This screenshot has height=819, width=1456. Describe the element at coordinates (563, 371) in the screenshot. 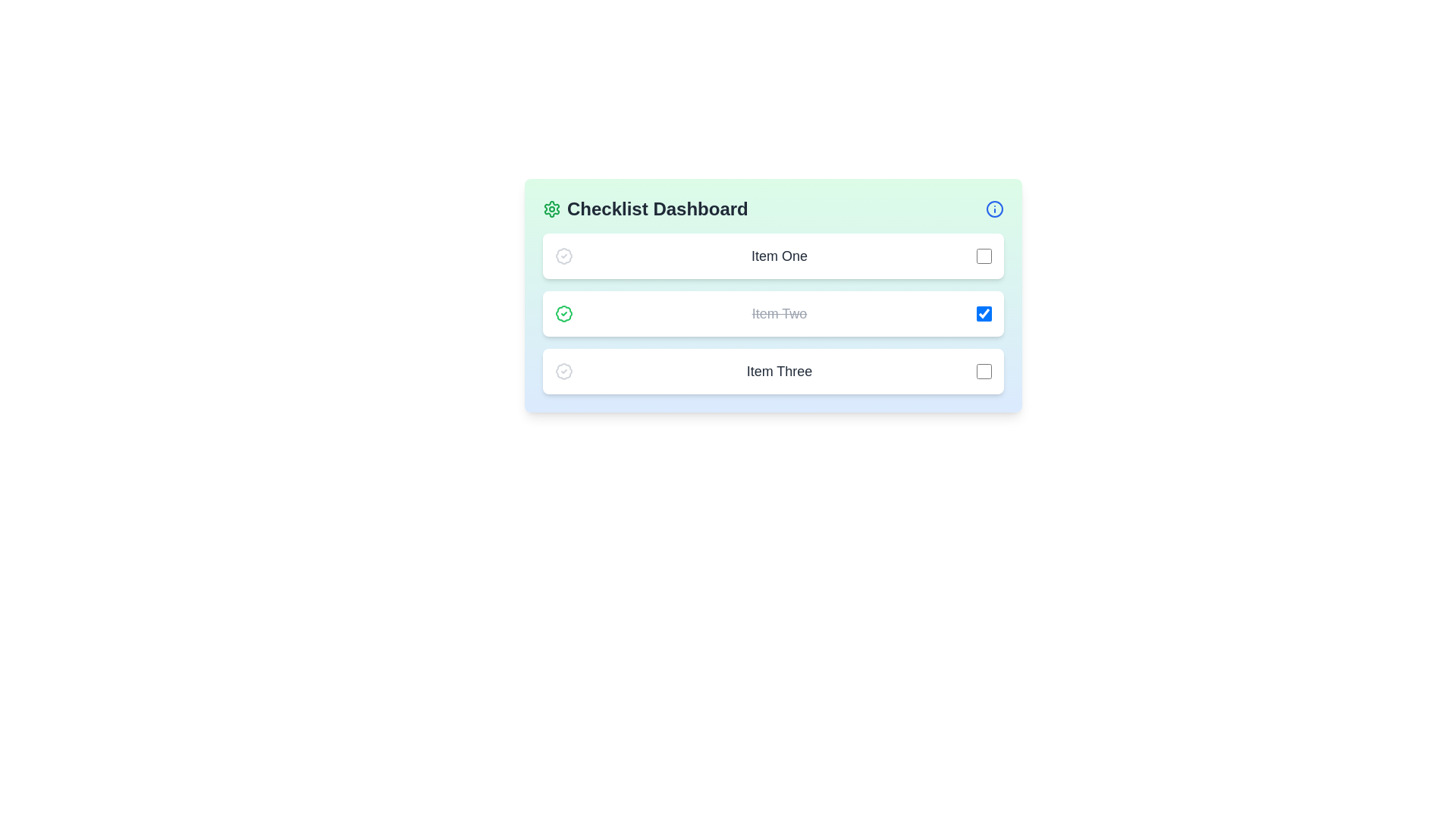

I see `the Decorative icon that serves as a status marker for 'Item Three', located to the left of the text within the third card in a vertical list` at that location.